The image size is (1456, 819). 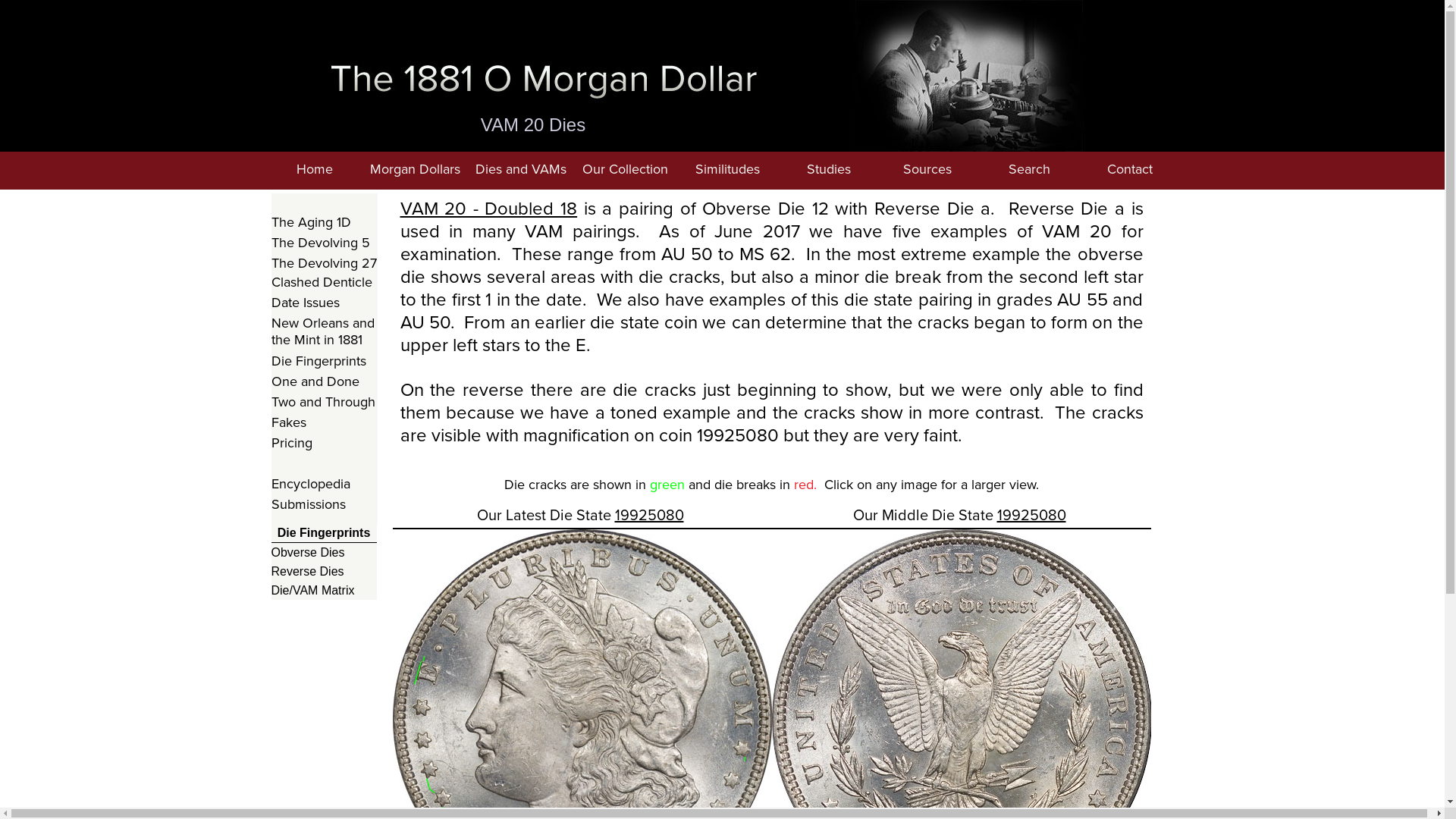 I want to click on 'Obverse Dies', so click(x=323, y=552).